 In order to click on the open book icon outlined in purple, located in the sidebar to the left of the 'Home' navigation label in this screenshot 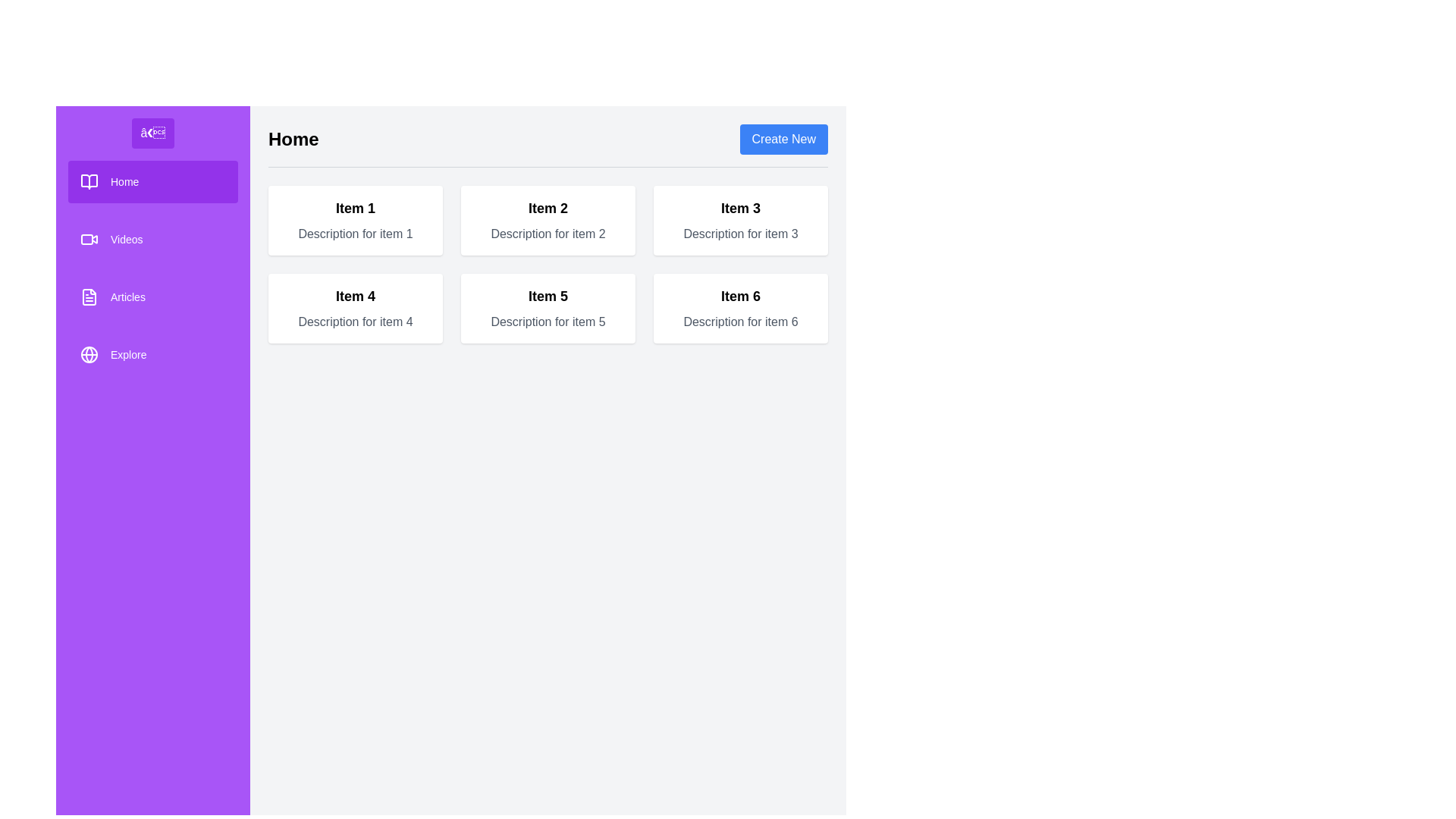, I will do `click(89, 180)`.